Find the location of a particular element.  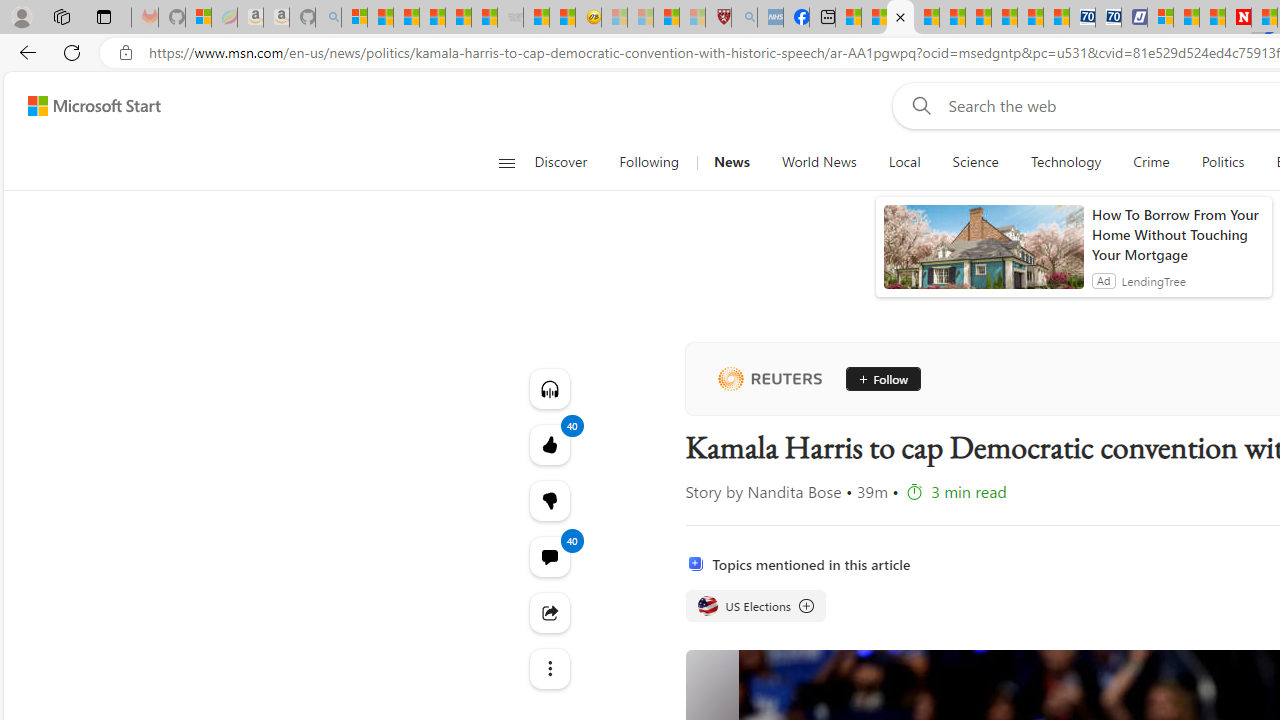

'Follow' is located at coordinates (876, 379).